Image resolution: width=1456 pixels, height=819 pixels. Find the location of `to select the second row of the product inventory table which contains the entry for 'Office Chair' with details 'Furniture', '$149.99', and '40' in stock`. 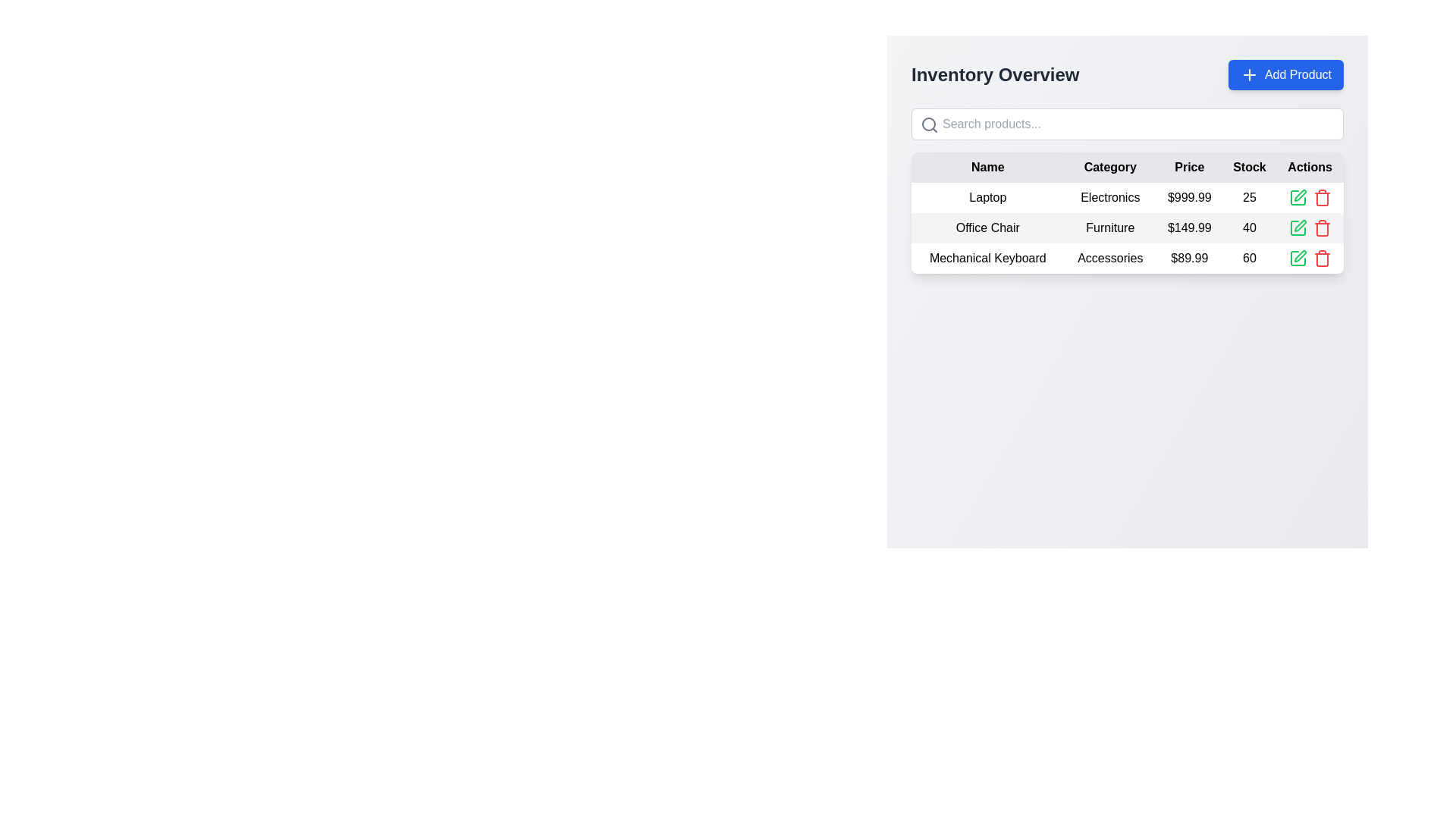

to select the second row of the product inventory table which contains the entry for 'Office Chair' with details 'Furniture', '$149.99', and '40' in stock is located at coordinates (1128, 227).